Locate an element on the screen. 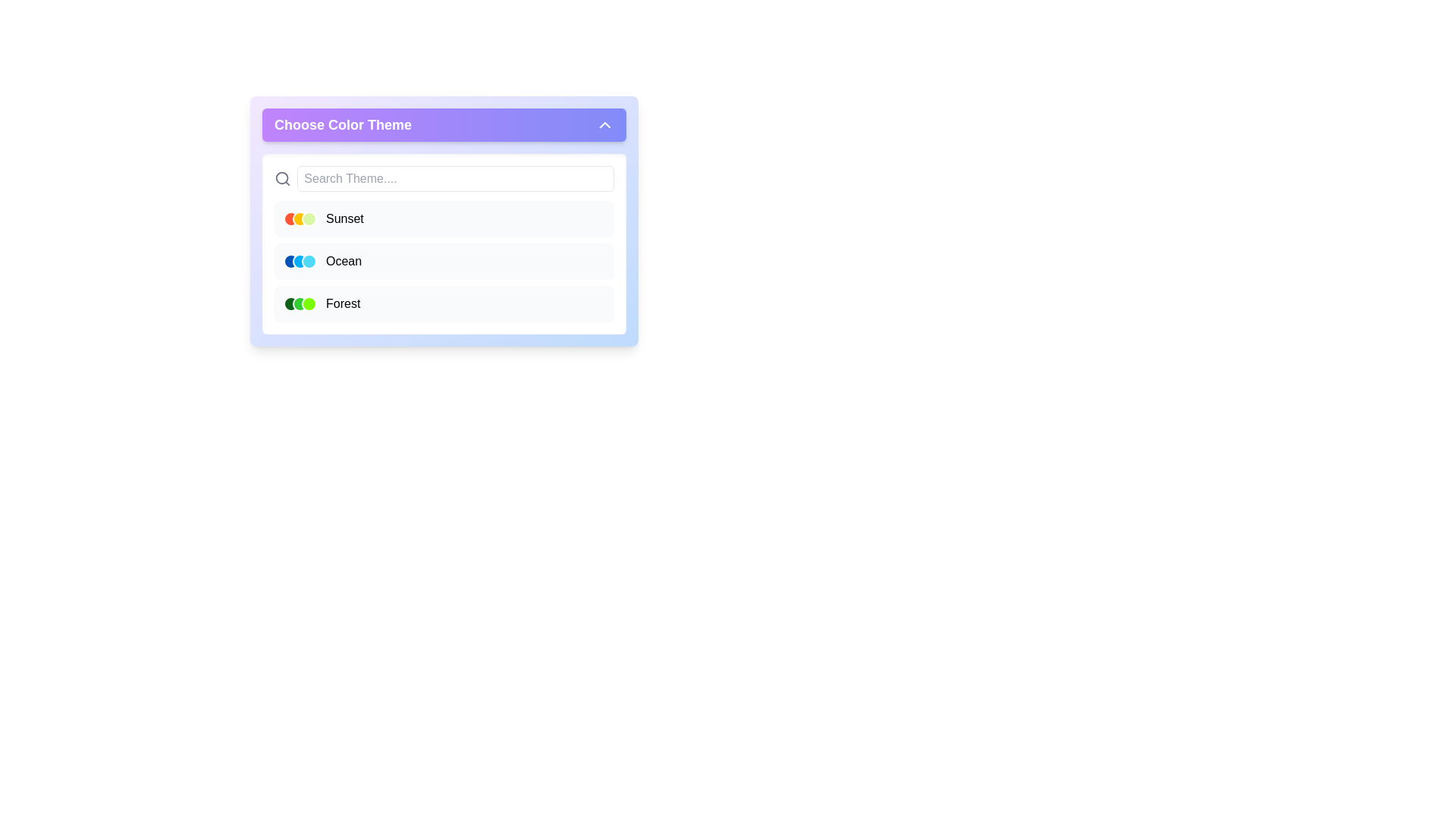 The image size is (1456, 819). the leftmost circular button for the 'Ocean' theme is located at coordinates (291, 260).